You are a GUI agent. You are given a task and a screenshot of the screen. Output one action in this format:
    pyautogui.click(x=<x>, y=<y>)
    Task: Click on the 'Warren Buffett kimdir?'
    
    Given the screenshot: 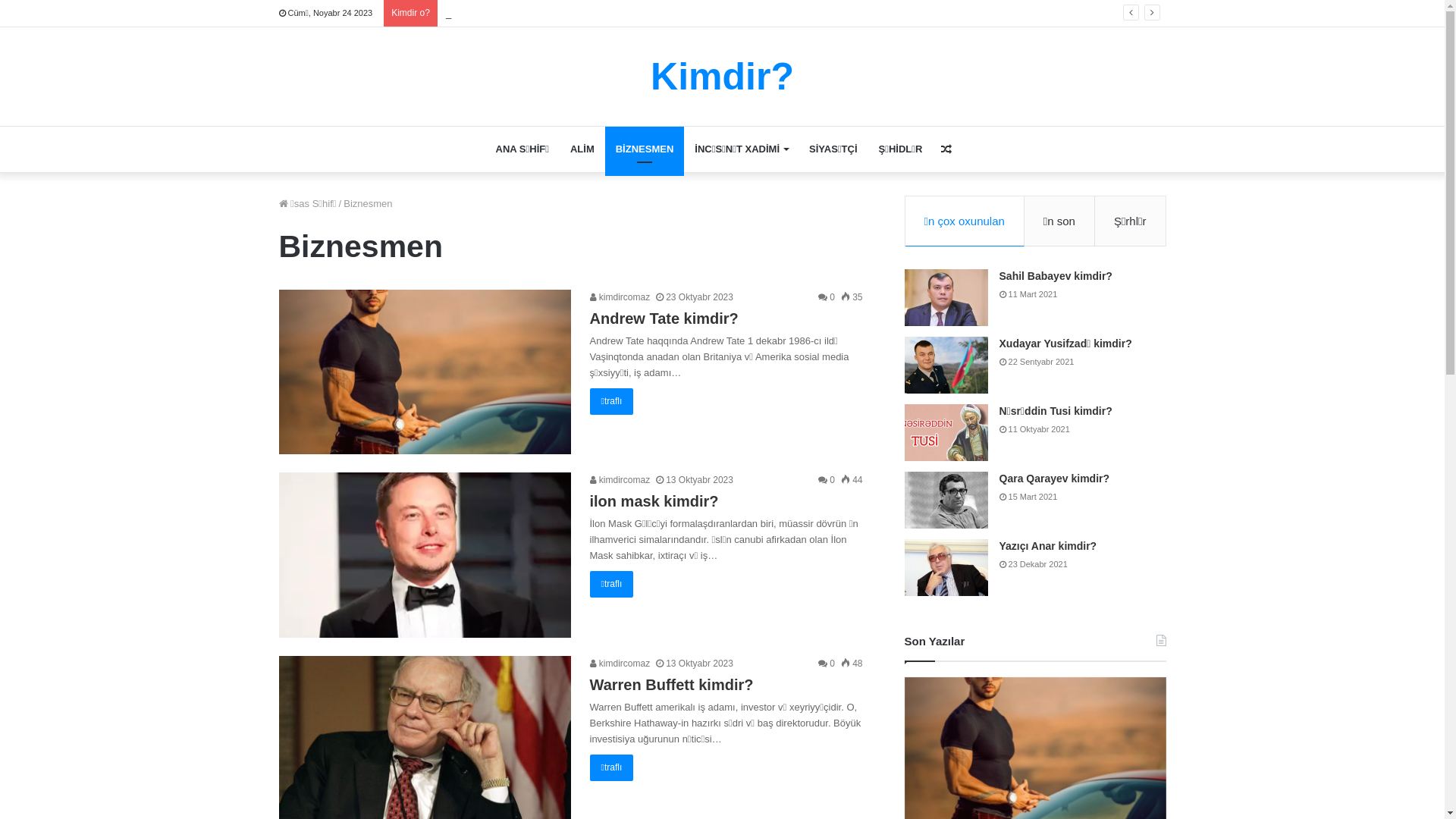 What is the action you would take?
    pyautogui.click(x=671, y=684)
    